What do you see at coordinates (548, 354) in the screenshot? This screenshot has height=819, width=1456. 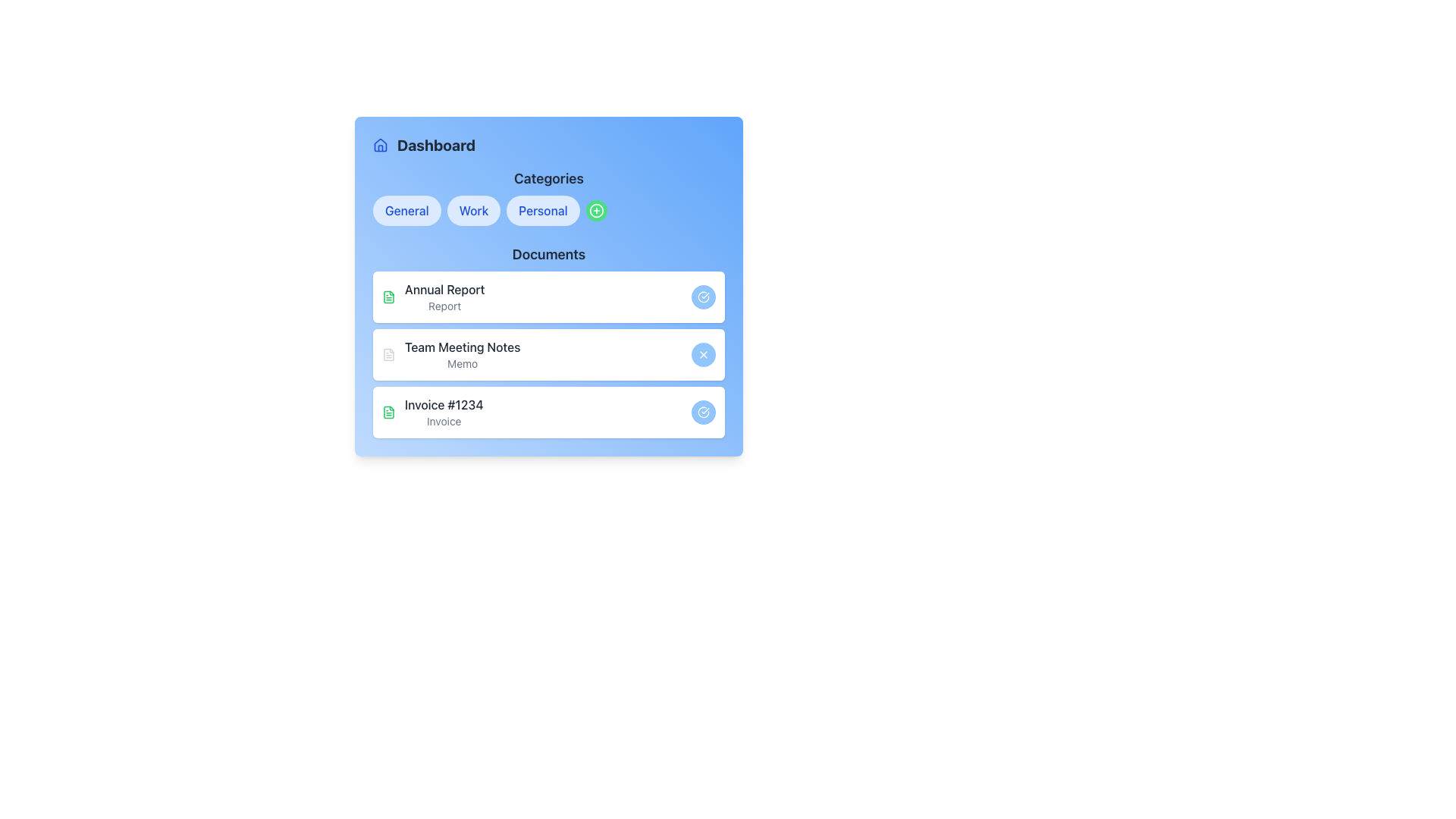 I see `the delete button on the 'Team Meeting Notes' item in the Documents section` at bounding box center [548, 354].